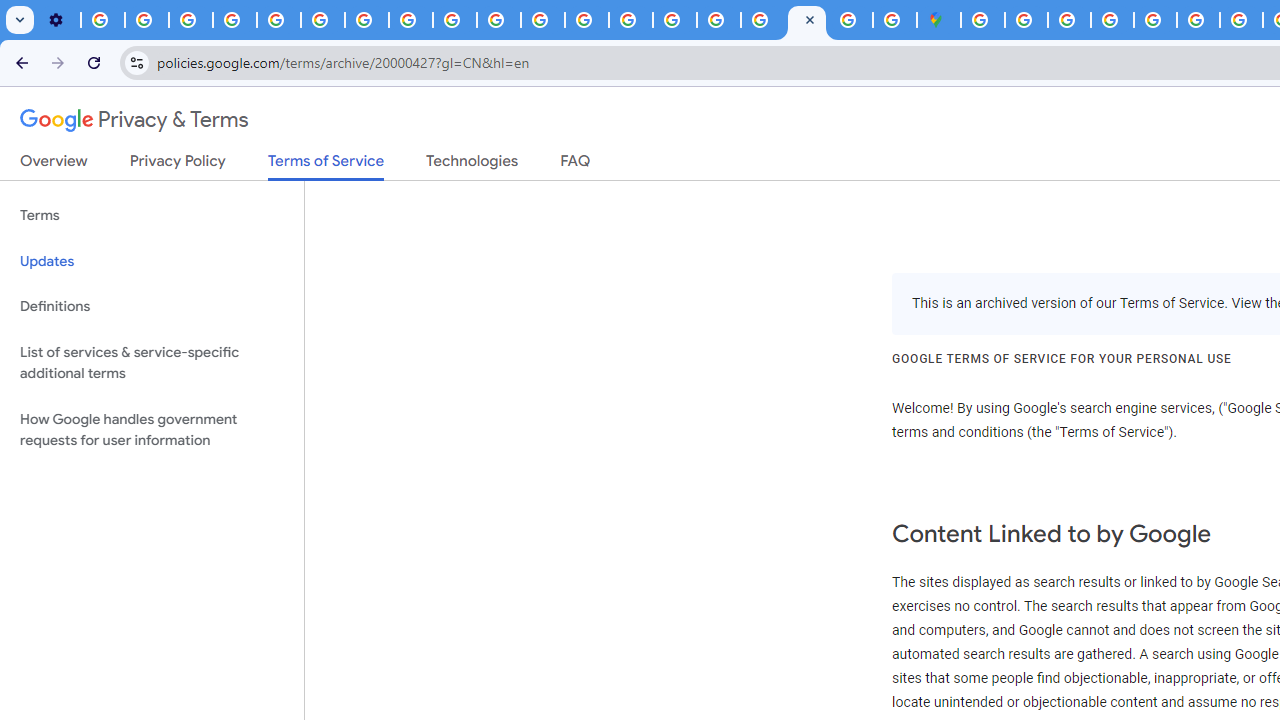 This screenshot has height=720, width=1280. I want to click on 'Sign in - Google Accounts', so click(1026, 20).